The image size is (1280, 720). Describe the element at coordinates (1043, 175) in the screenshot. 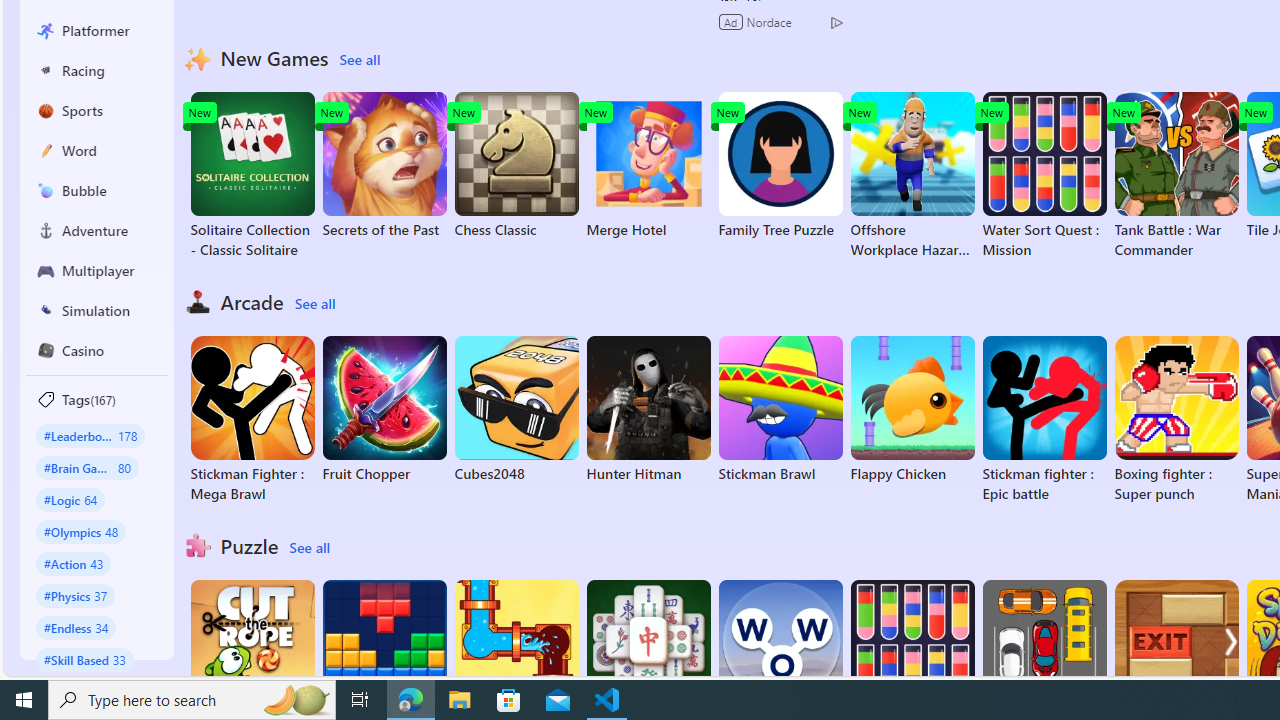

I see `'Water Sort Quest : Mission'` at that location.